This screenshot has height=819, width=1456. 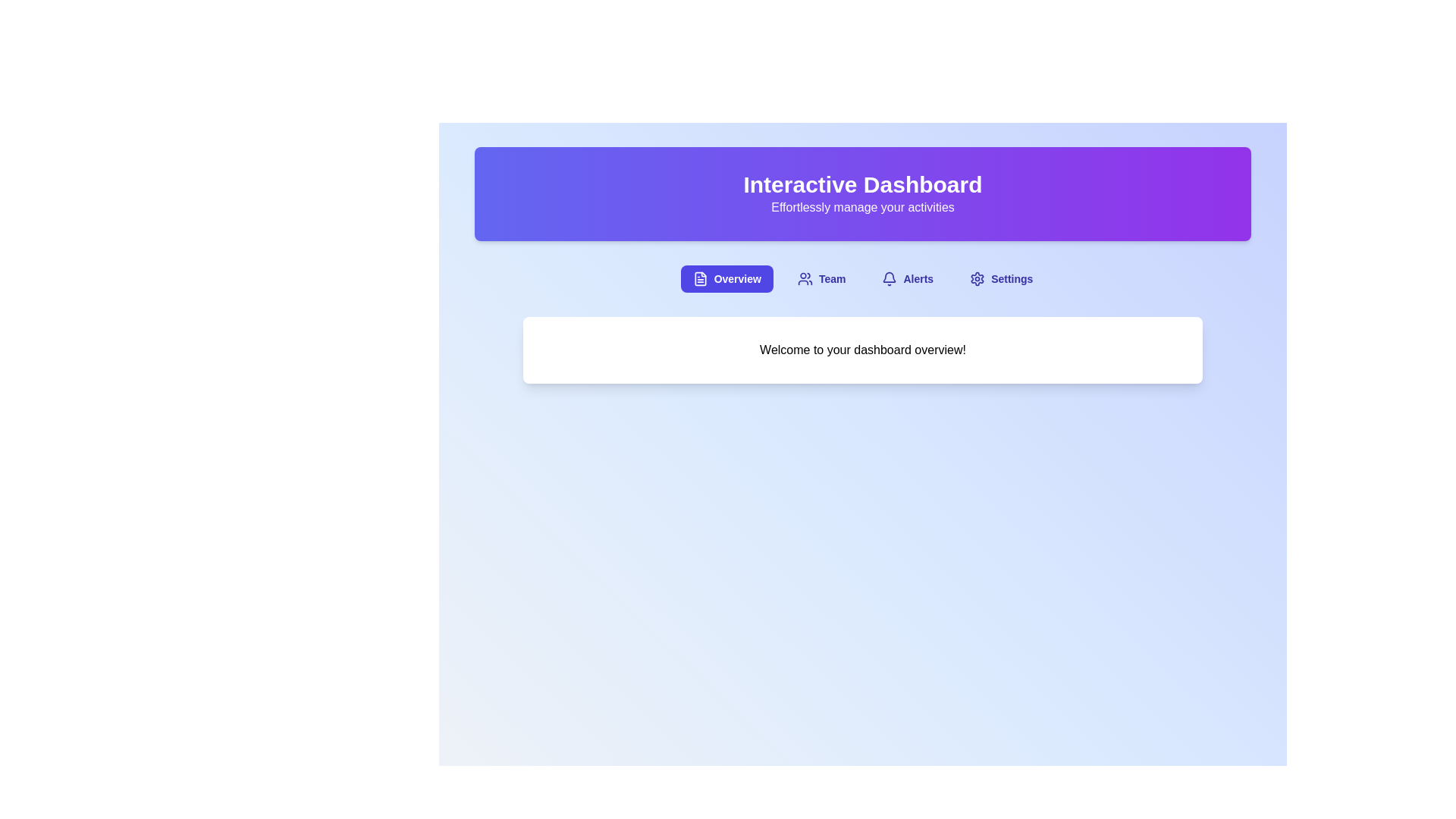 What do you see at coordinates (862, 184) in the screenshot?
I see `the Heading text that serves as a header for the interface section, located above the text 'Effortlessly manage your activities'` at bounding box center [862, 184].